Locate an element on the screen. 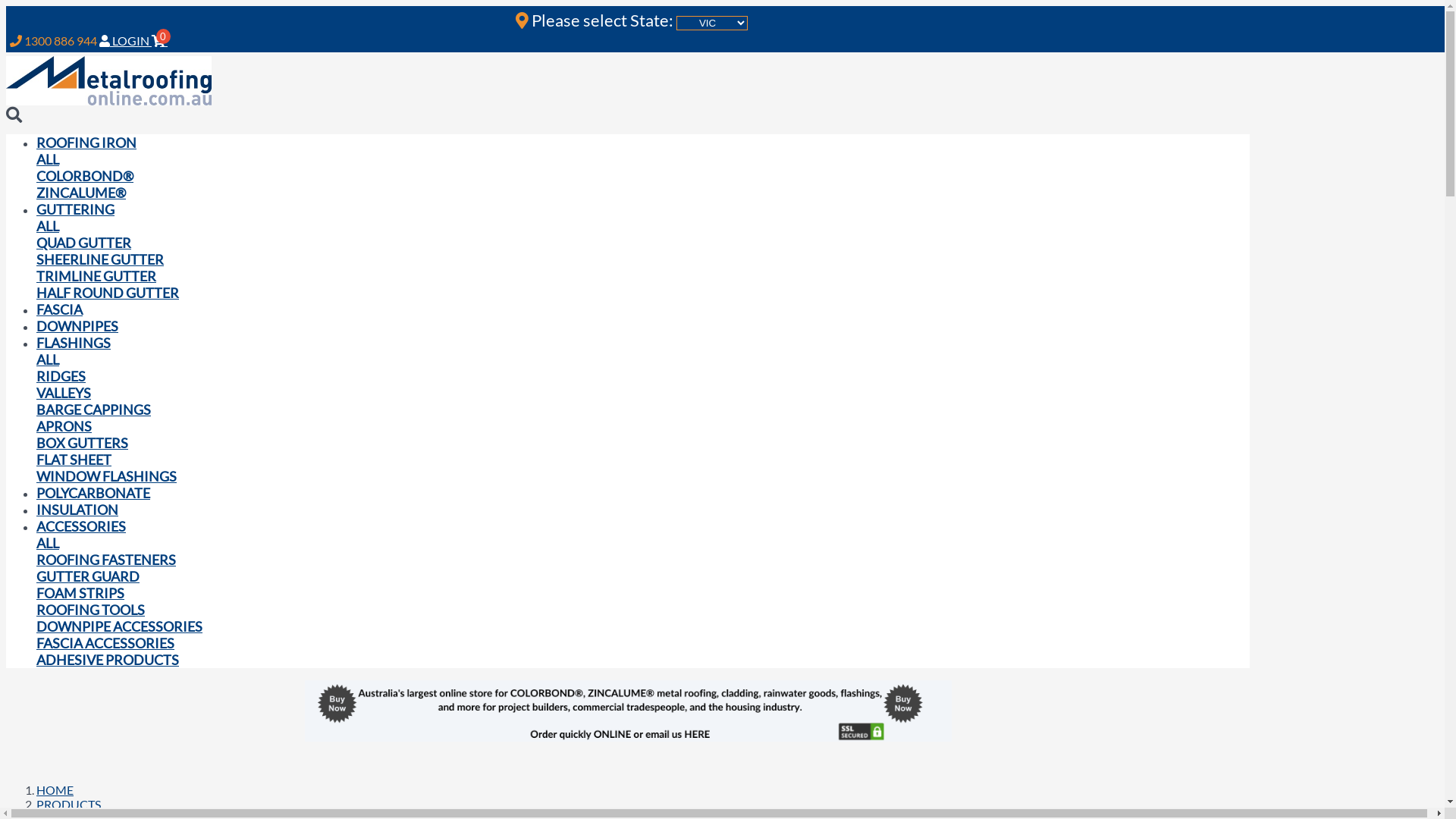  'FOAM STRIPS' is located at coordinates (79, 592).